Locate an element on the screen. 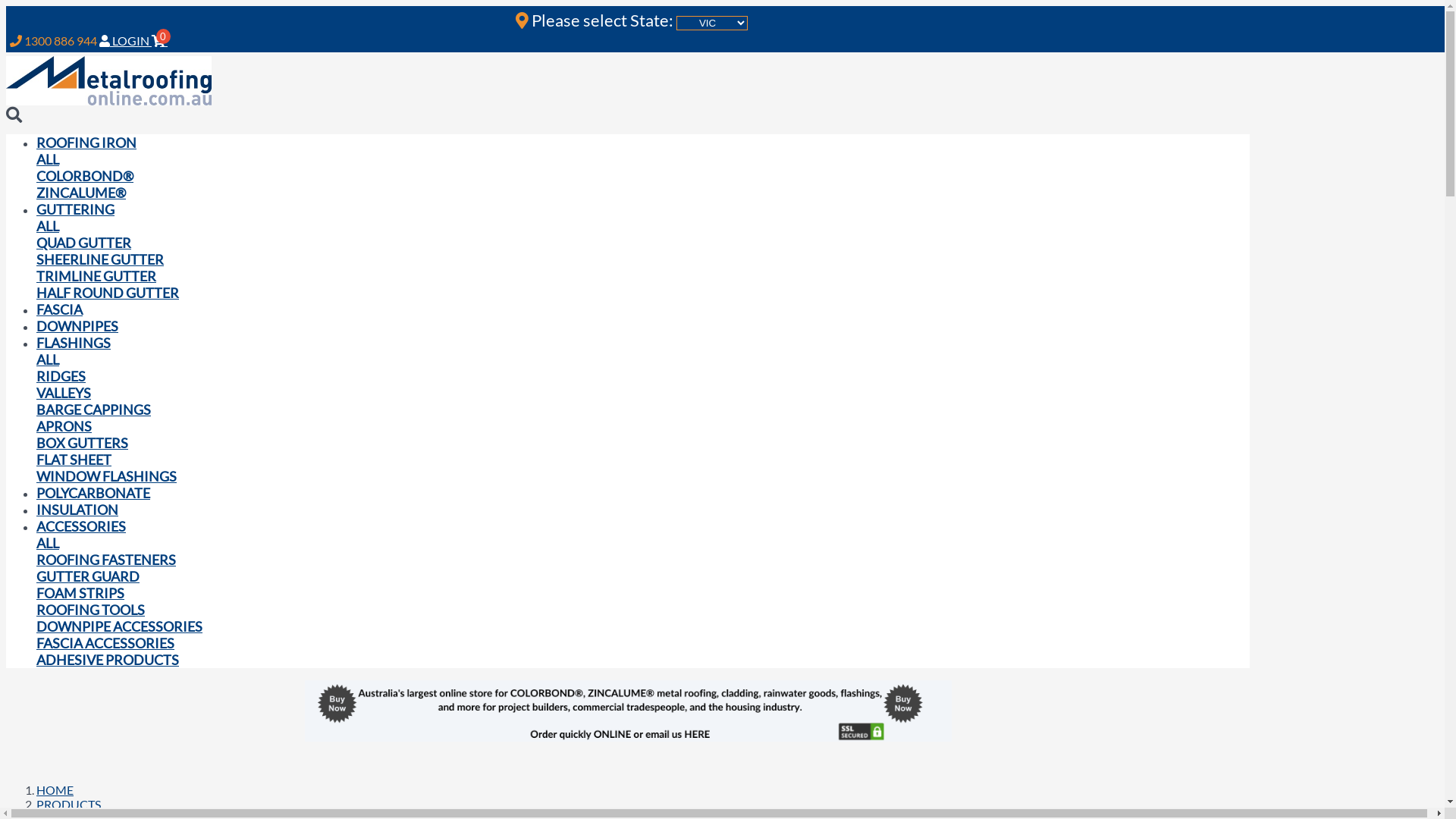  'FOAM STRIPS' is located at coordinates (79, 592).